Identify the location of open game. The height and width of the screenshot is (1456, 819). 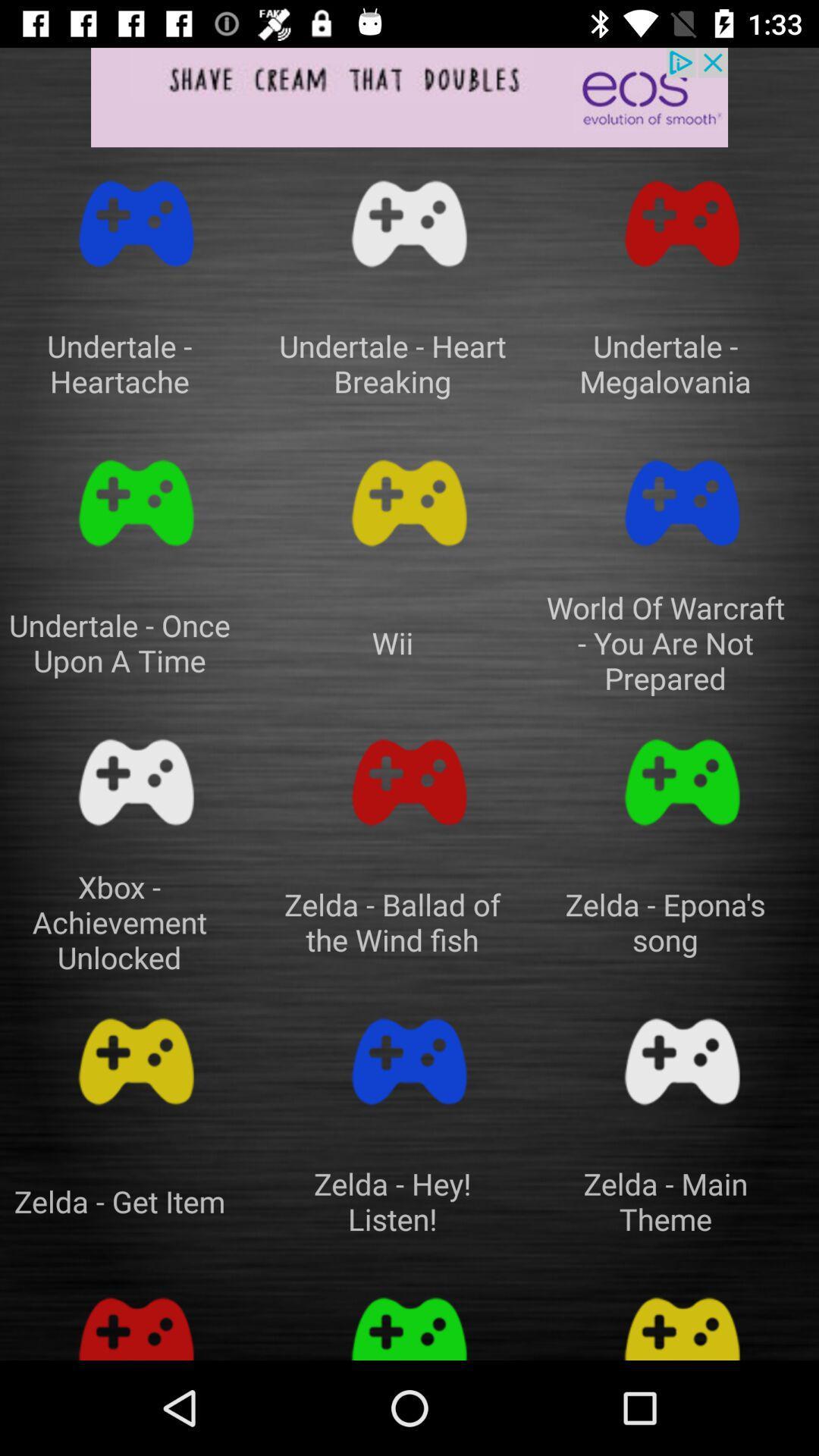
(409, 1319).